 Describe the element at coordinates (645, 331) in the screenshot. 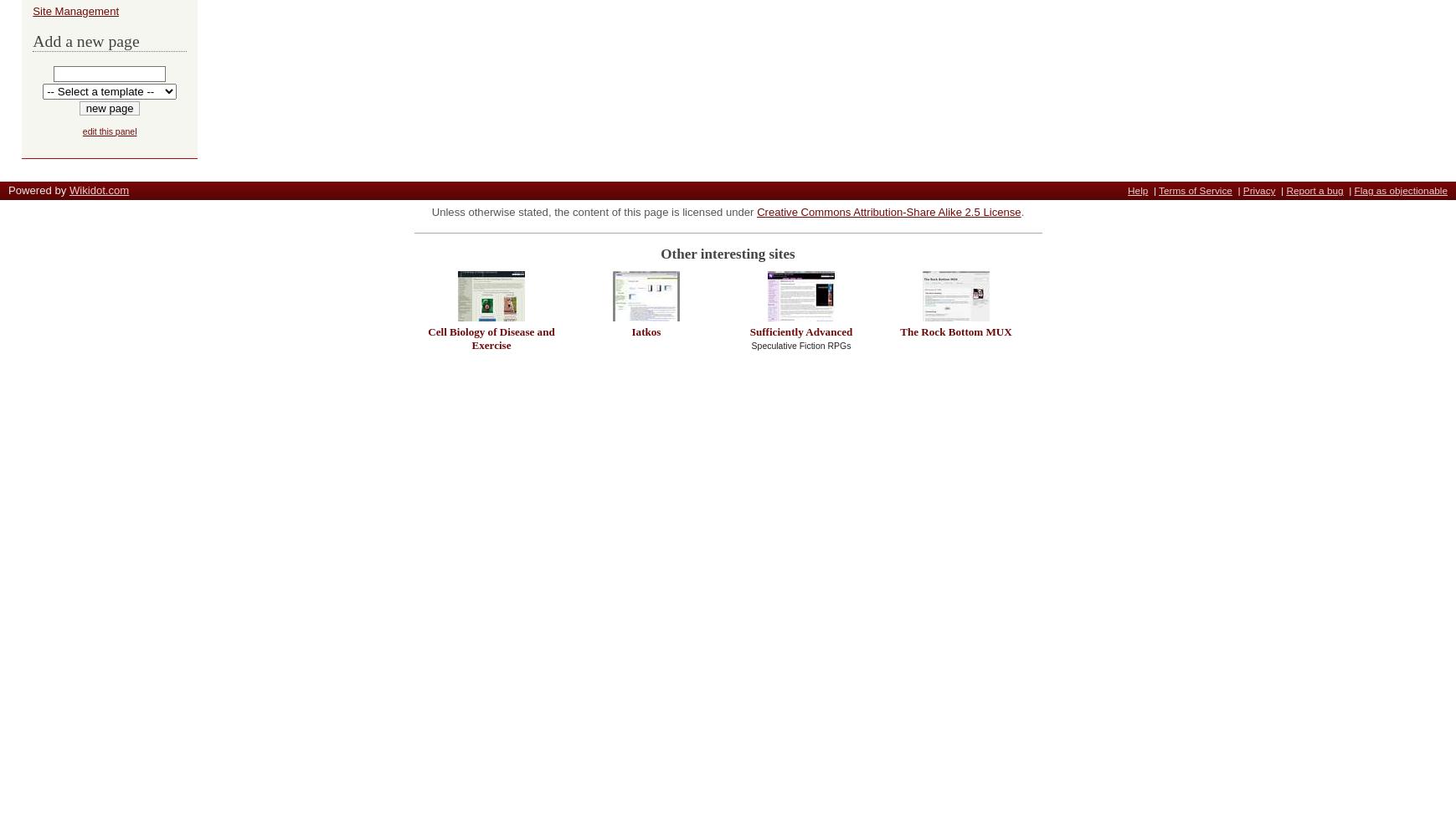

I see `'Iatkos'` at that location.